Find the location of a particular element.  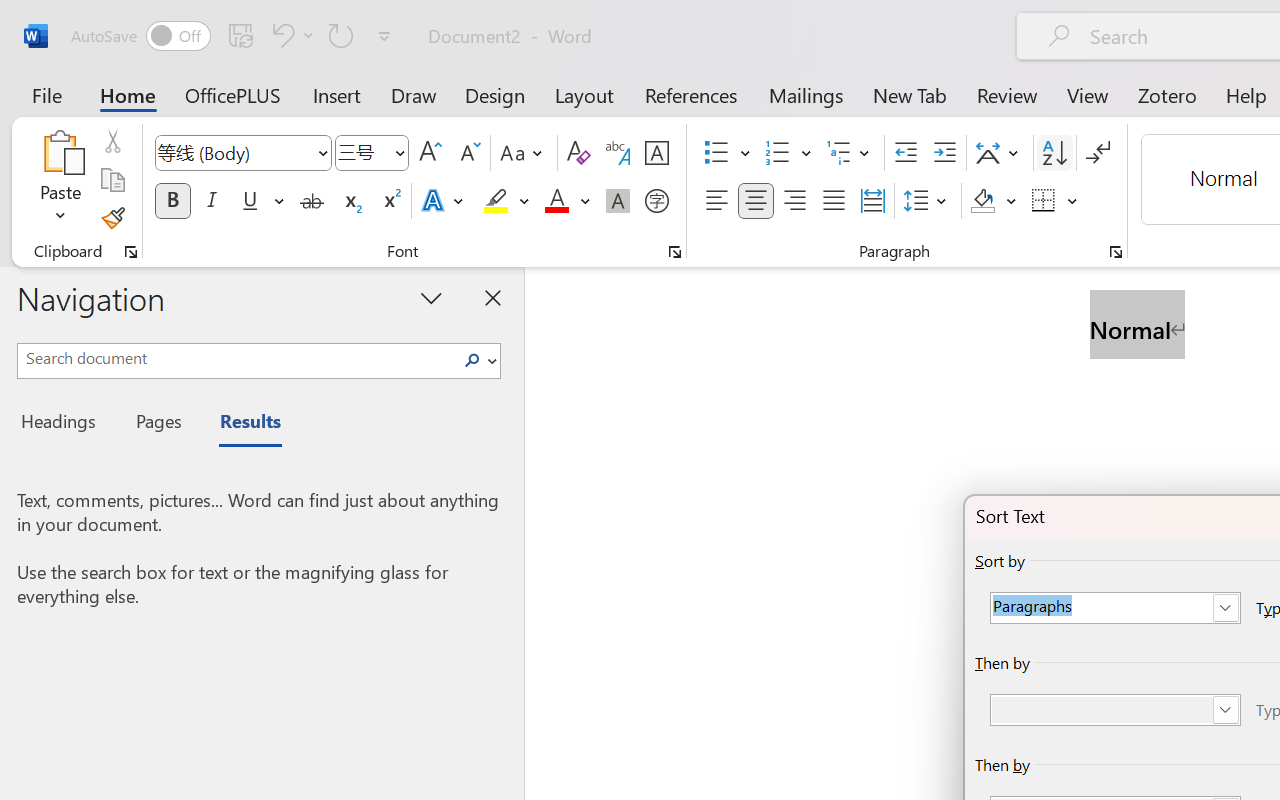

'Increase Indent' is located at coordinates (943, 153).